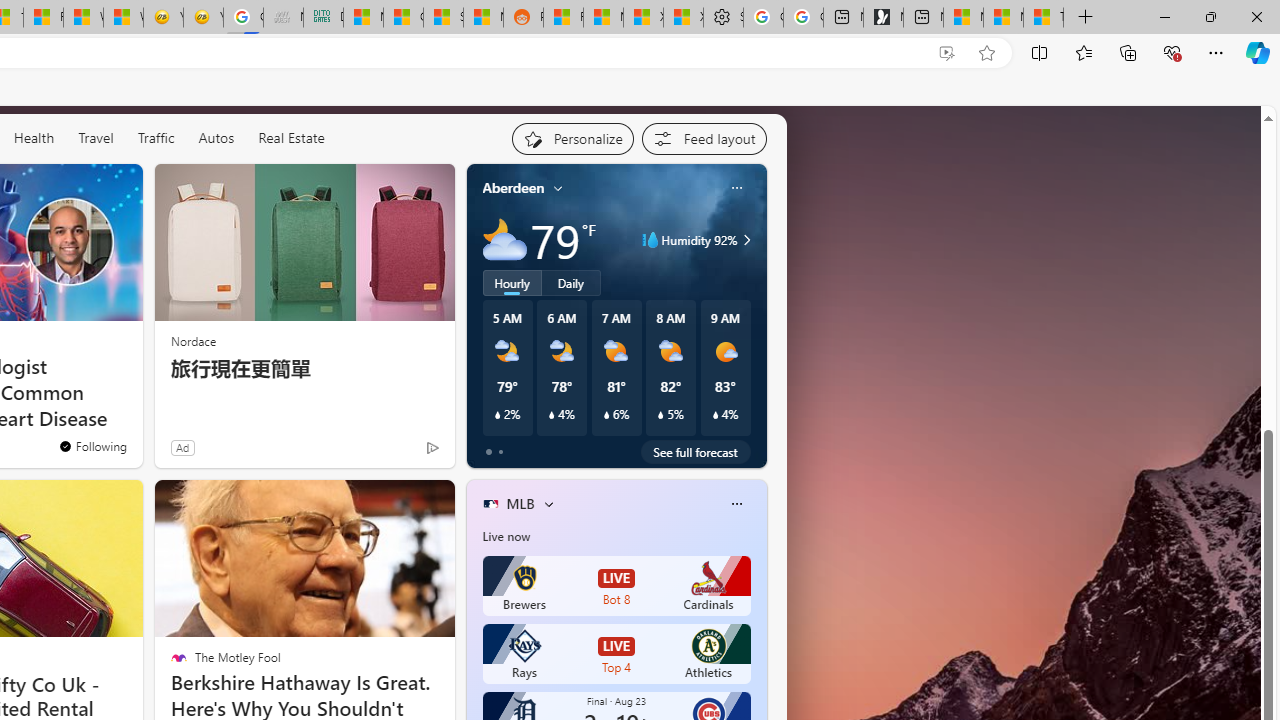 The width and height of the screenshot is (1280, 720). I want to click on 'Aberdeen', so click(513, 188).